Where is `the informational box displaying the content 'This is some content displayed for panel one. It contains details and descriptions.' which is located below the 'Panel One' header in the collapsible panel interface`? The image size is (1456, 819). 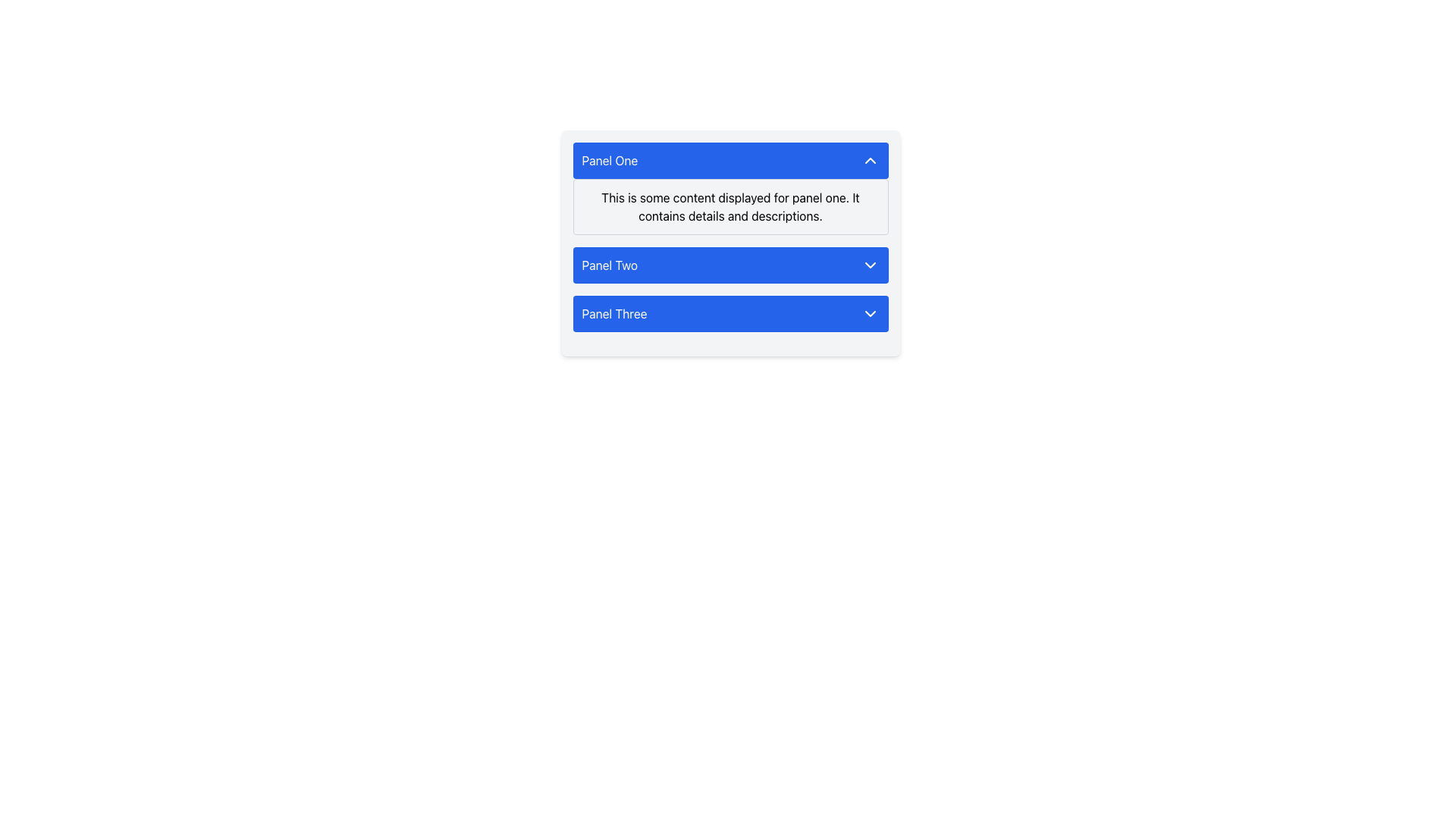
the informational box displaying the content 'This is some content displayed for panel one. It contains details and descriptions.' which is located below the 'Panel One' header in the collapsible panel interface is located at coordinates (730, 207).